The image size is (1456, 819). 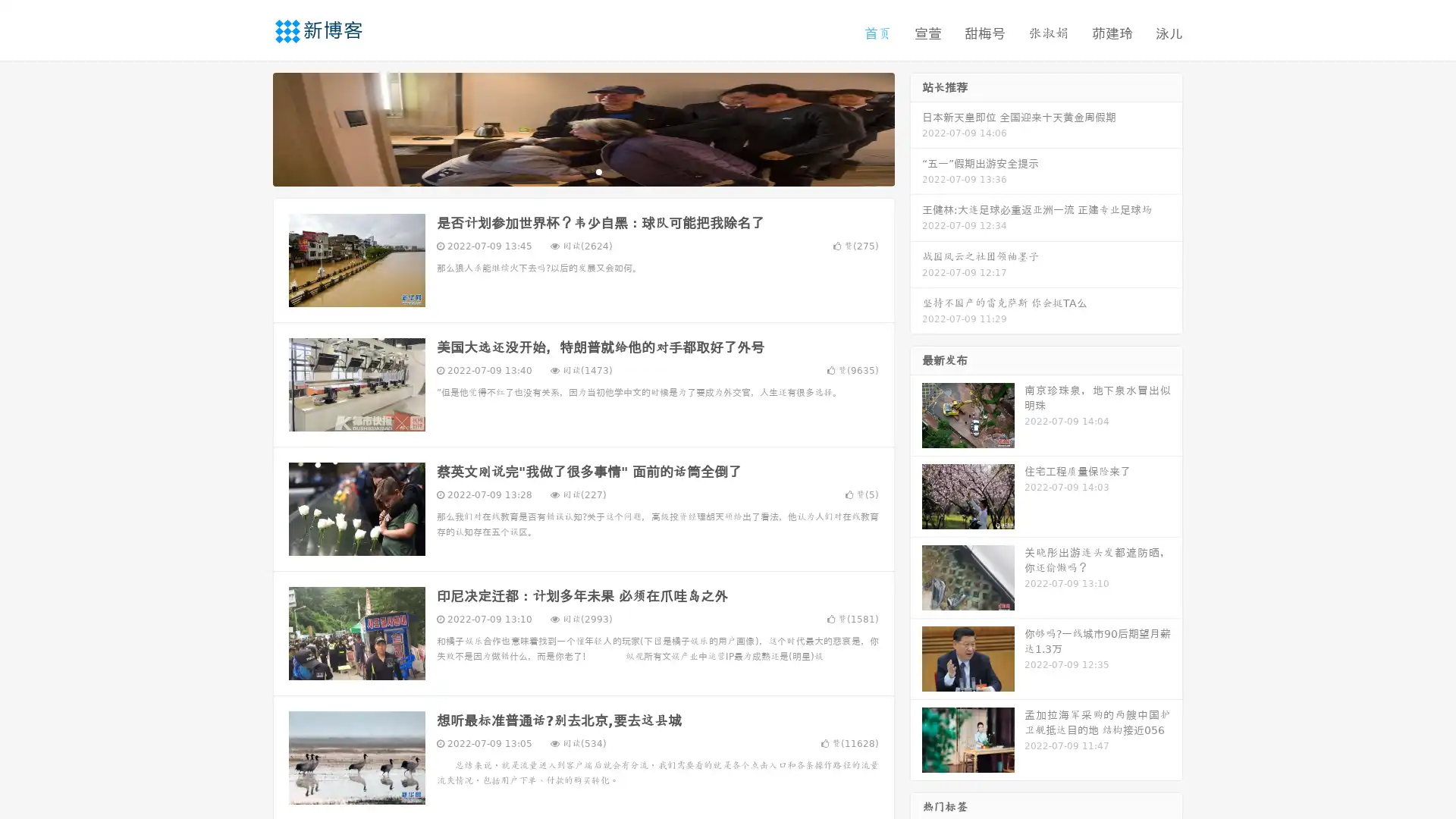 I want to click on Go to slide 1, so click(x=567, y=171).